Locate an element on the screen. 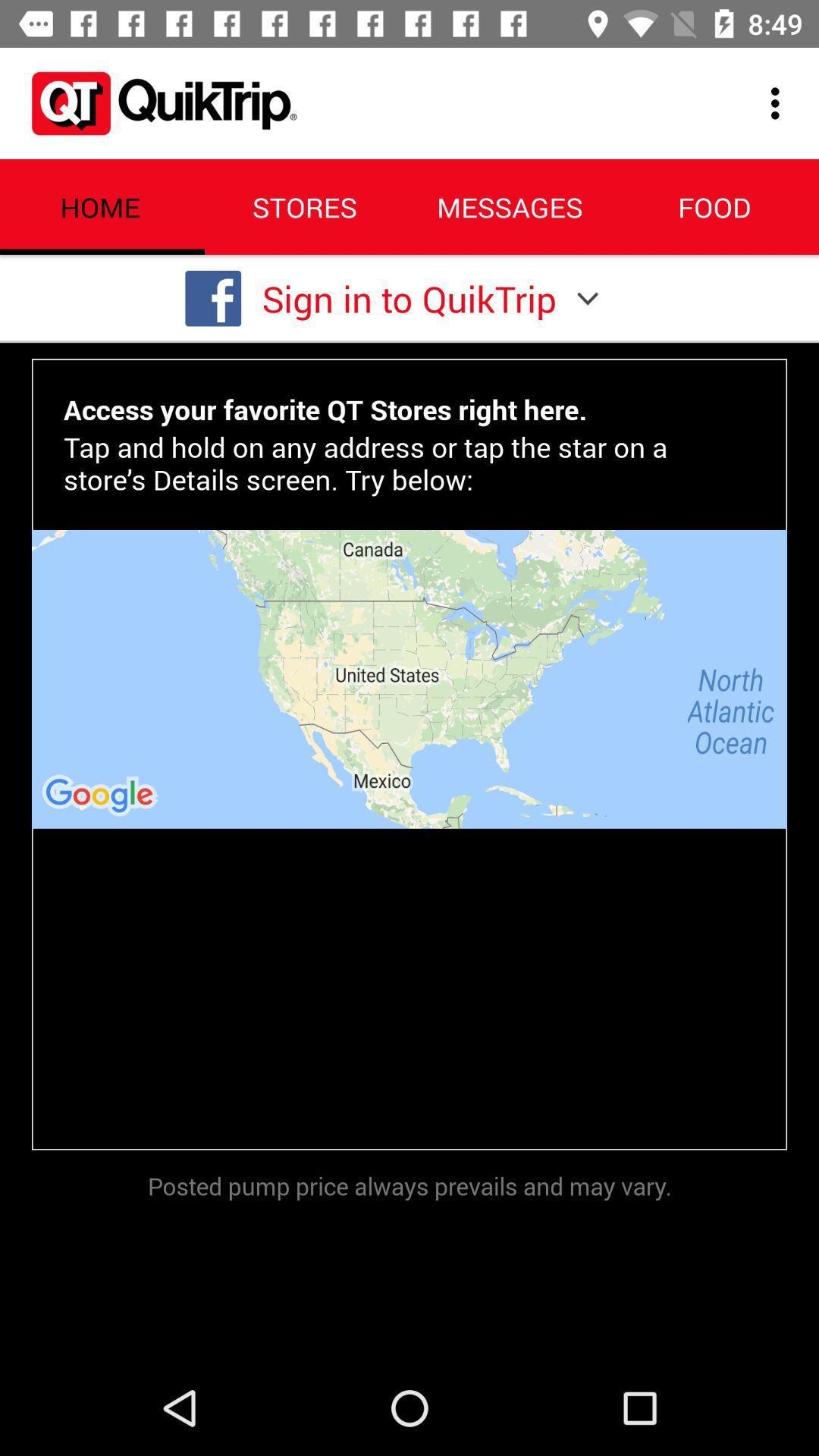 The width and height of the screenshot is (819, 1456). the icon to the right of the messages is located at coordinates (779, 102).